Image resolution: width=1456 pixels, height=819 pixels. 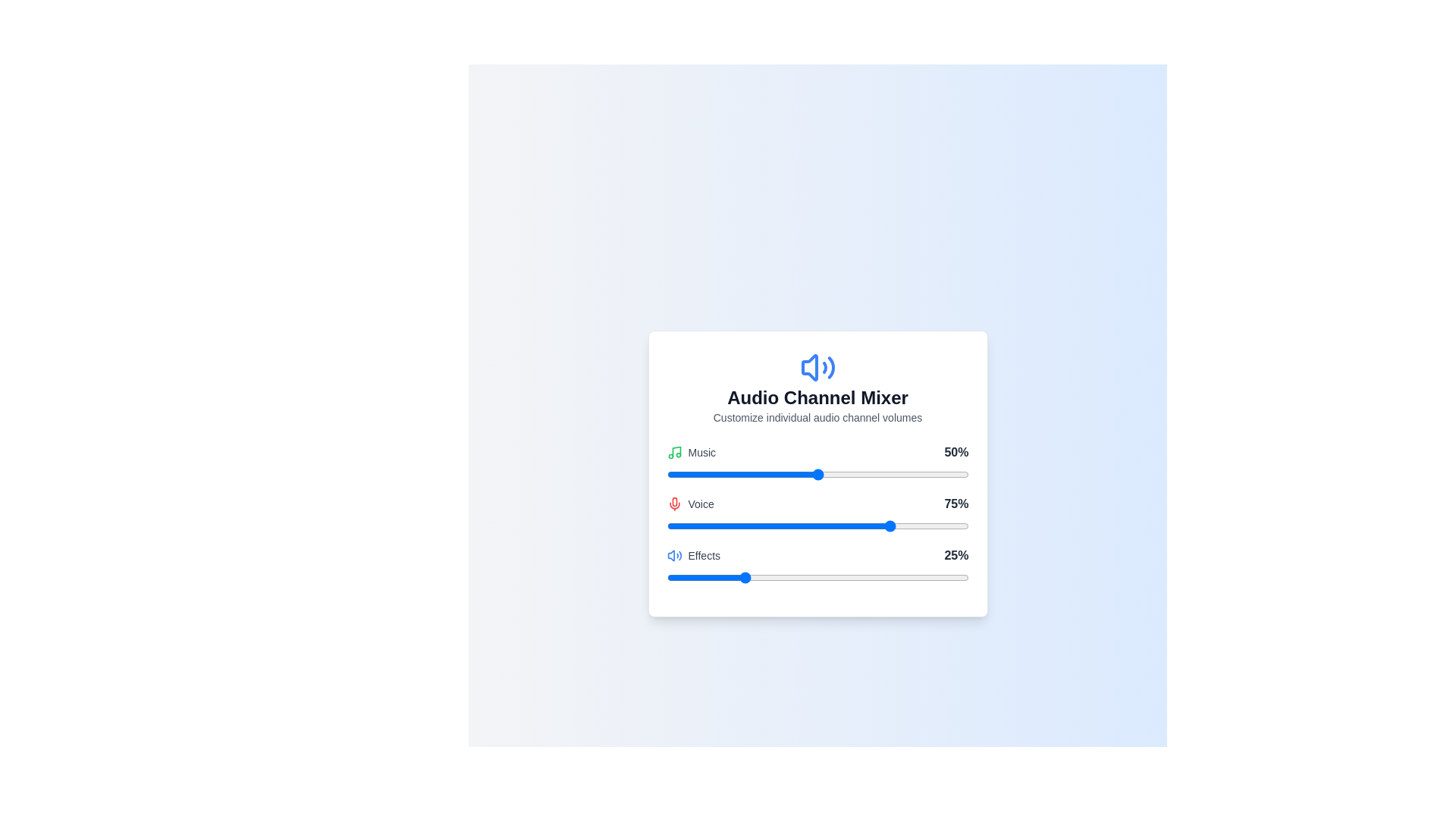 What do you see at coordinates (678, 578) in the screenshot?
I see `the 'Effects' volume slider` at bounding box center [678, 578].